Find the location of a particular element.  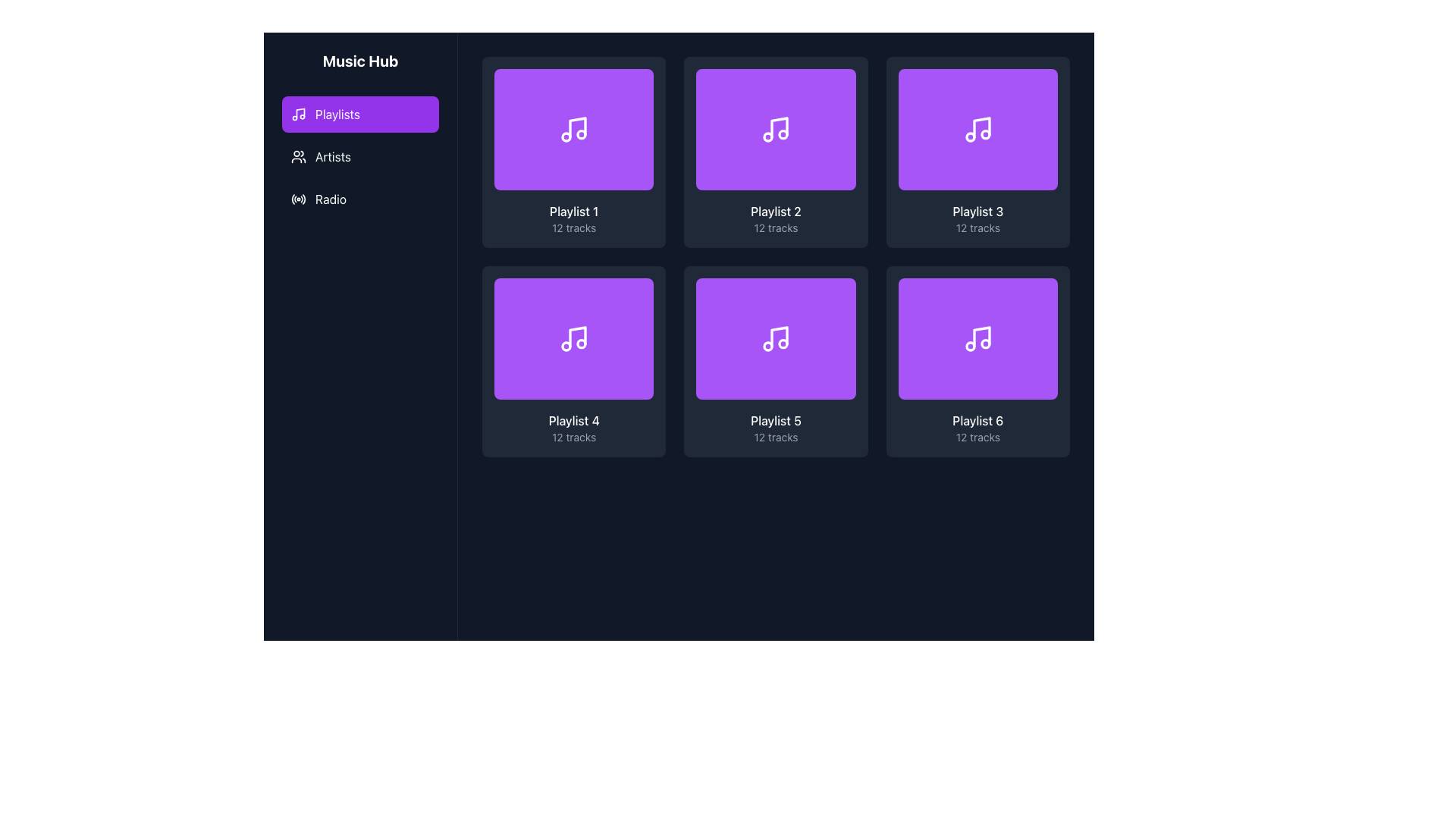

text element displaying 'Playlist 1' located in the first column and first row of the playlist card grid is located at coordinates (573, 211).